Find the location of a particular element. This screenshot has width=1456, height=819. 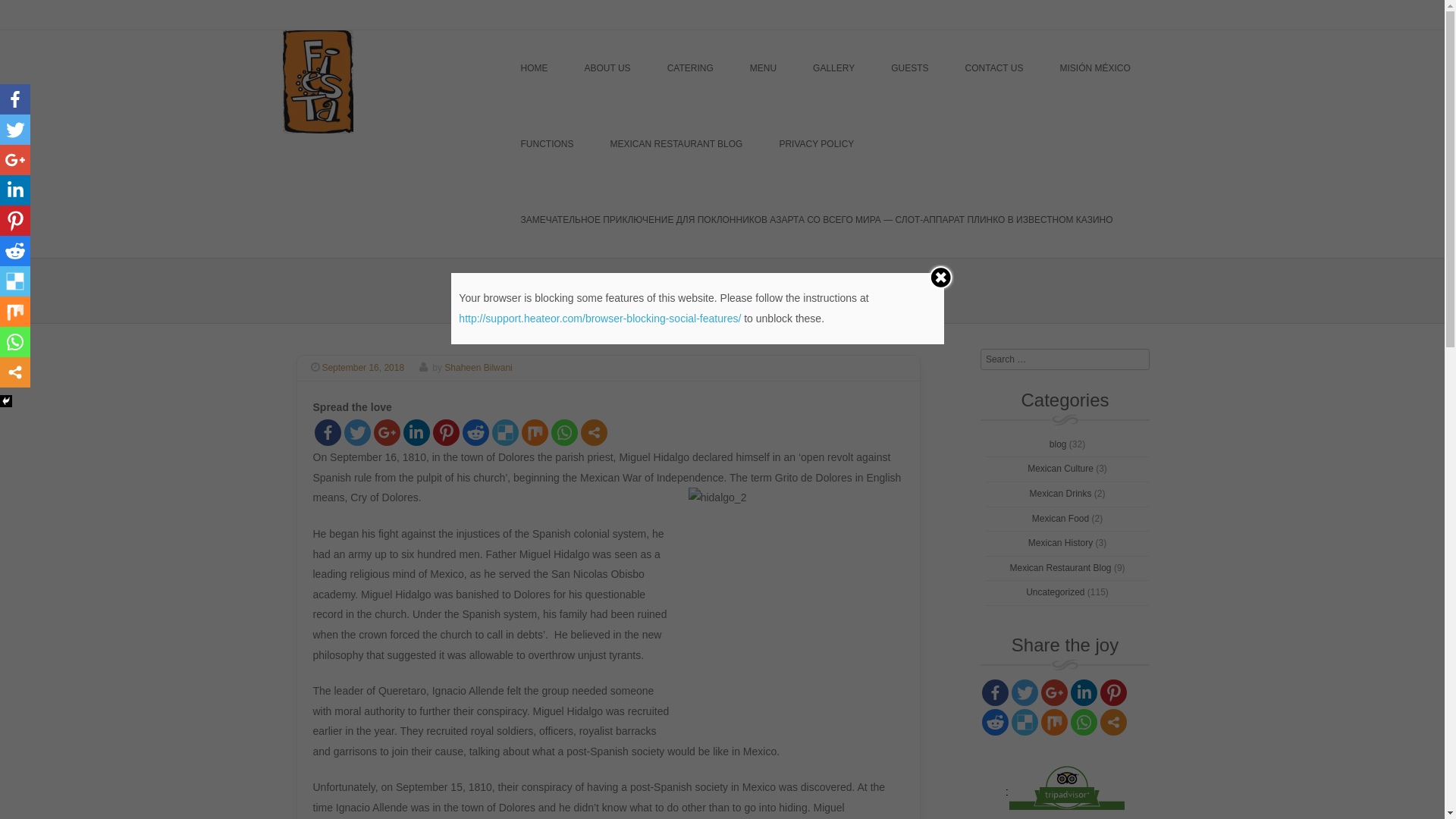

'HOME' is located at coordinates (534, 67).